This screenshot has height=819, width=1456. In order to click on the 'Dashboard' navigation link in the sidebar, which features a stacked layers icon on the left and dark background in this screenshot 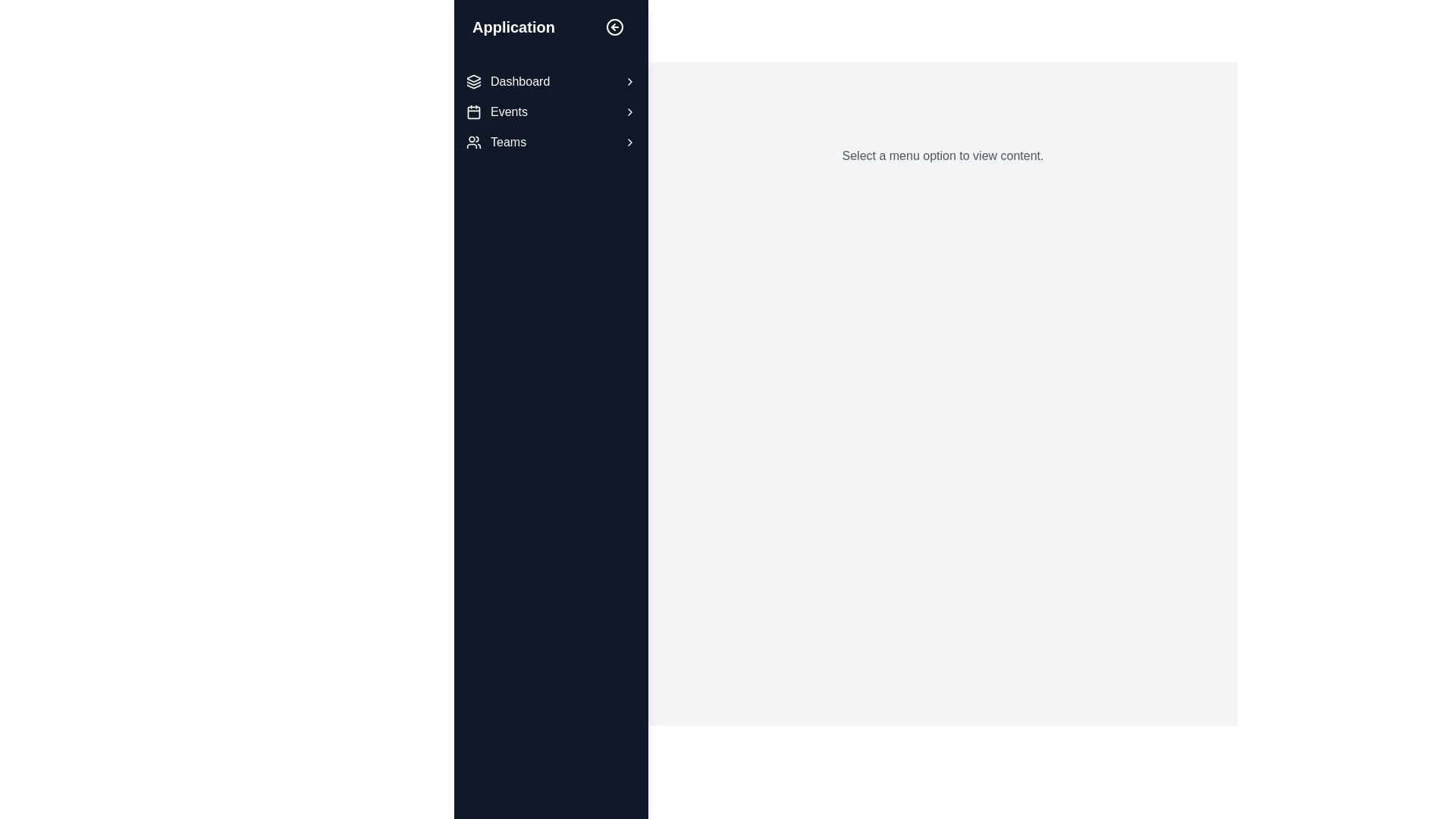, I will do `click(508, 82)`.